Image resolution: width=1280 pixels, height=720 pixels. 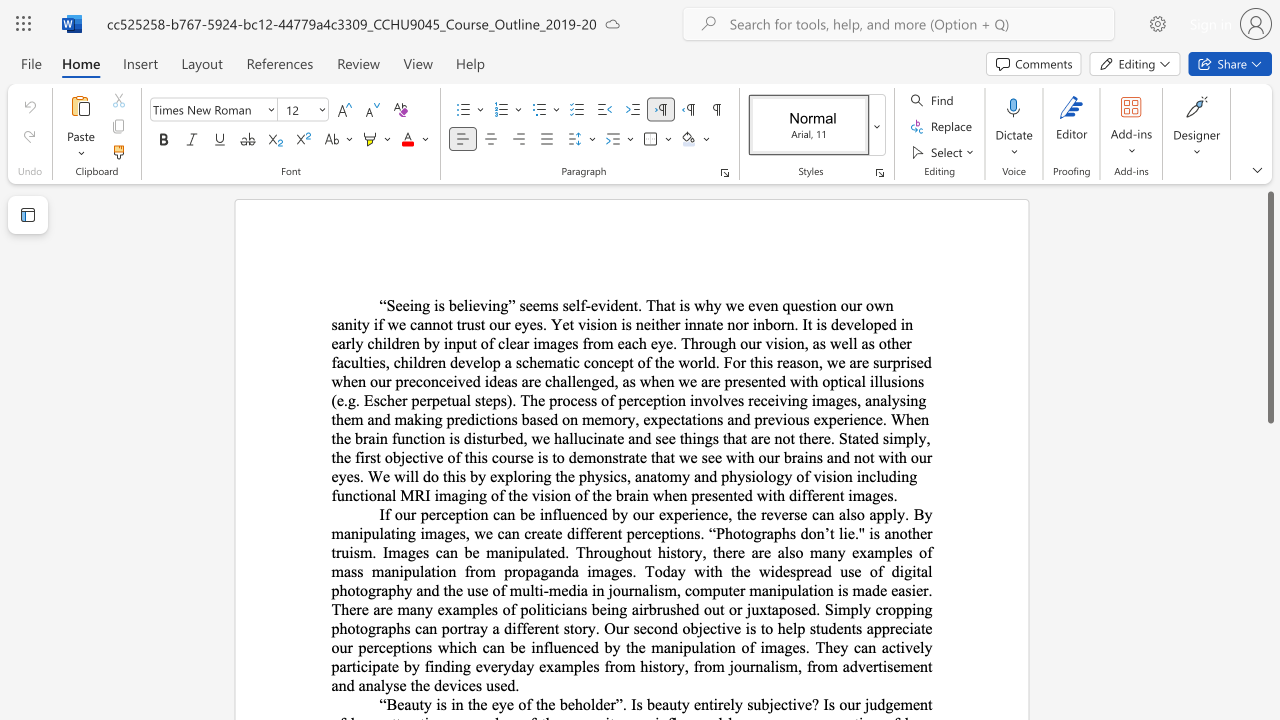 I want to click on the scrollbar and move down 380 pixels, so click(x=1269, y=307).